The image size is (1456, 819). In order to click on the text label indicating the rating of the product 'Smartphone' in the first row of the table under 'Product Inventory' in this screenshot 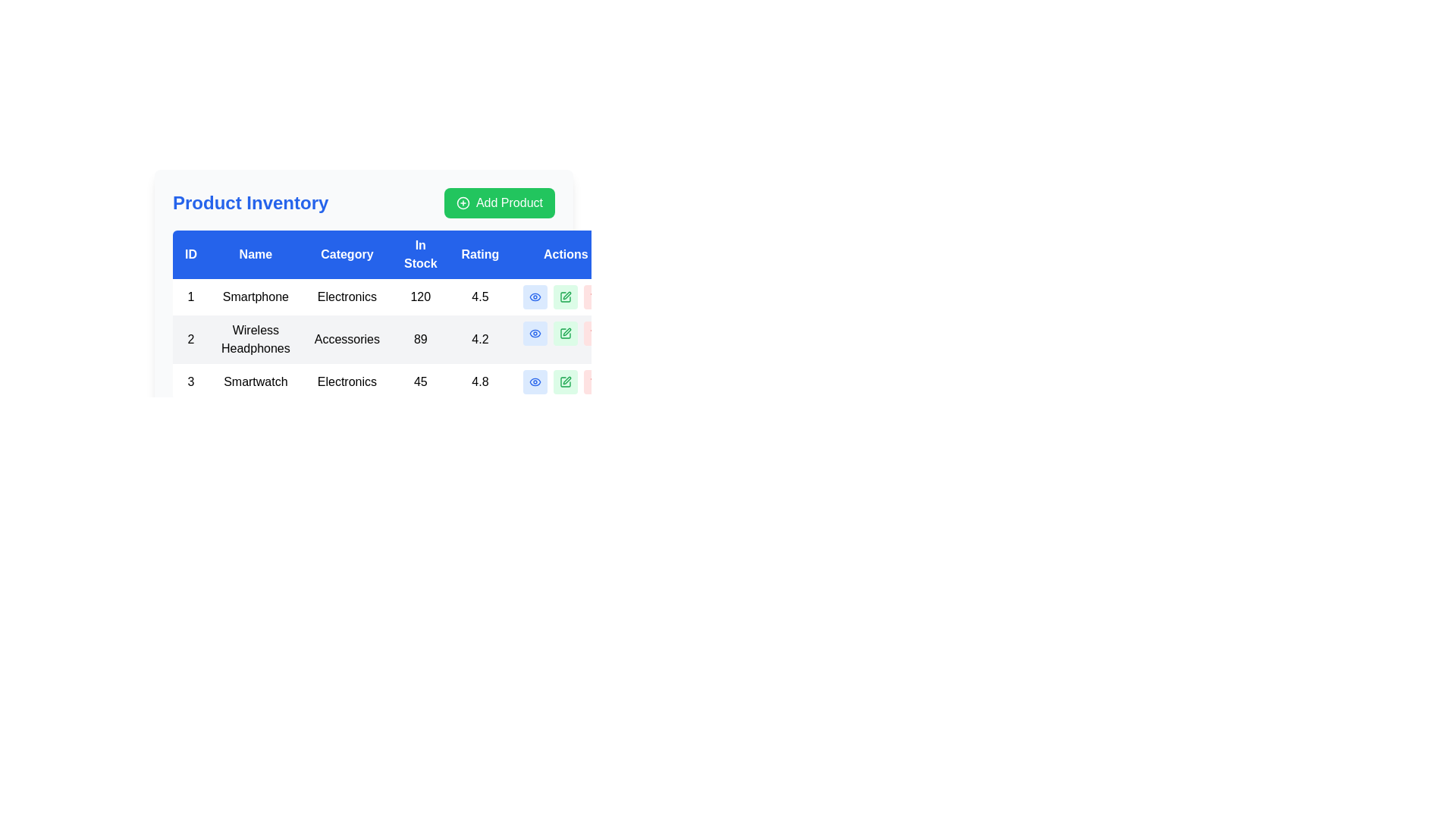, I will do `click(479, 297)`.